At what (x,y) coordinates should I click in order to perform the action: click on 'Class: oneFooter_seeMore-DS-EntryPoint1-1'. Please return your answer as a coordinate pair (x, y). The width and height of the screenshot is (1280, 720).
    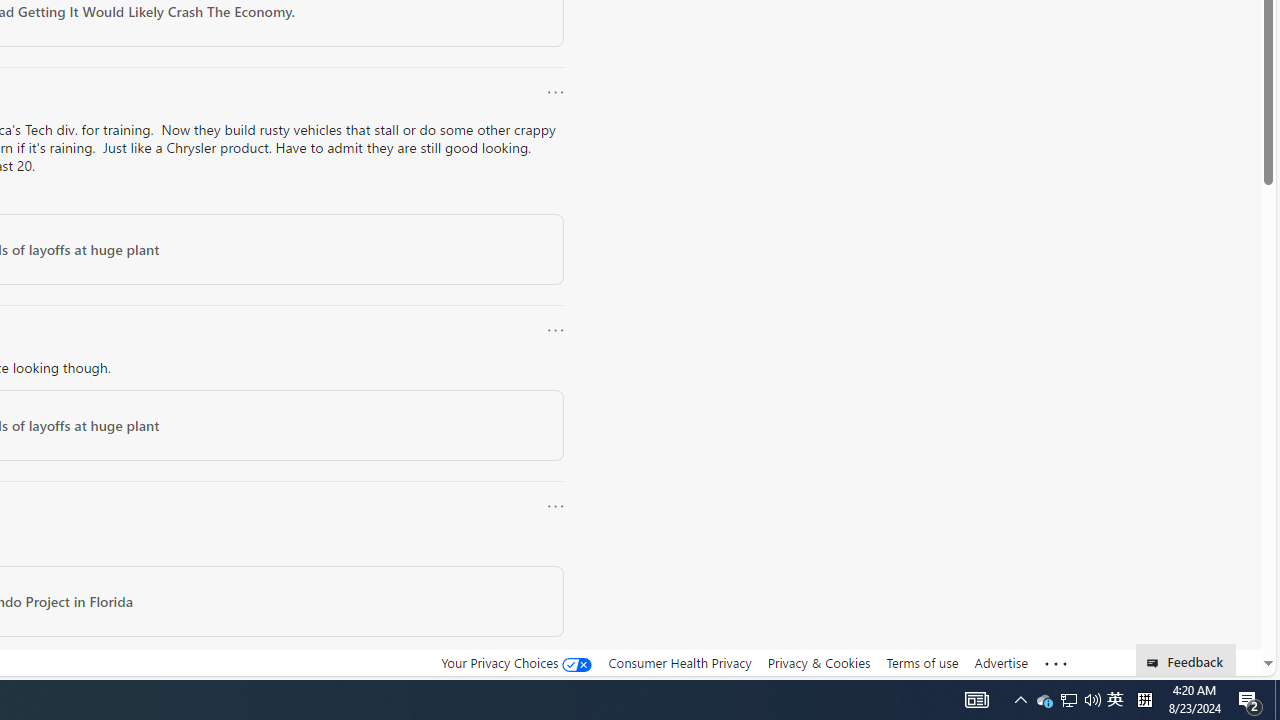
    Looking at the image, I should click on (1055, 663).